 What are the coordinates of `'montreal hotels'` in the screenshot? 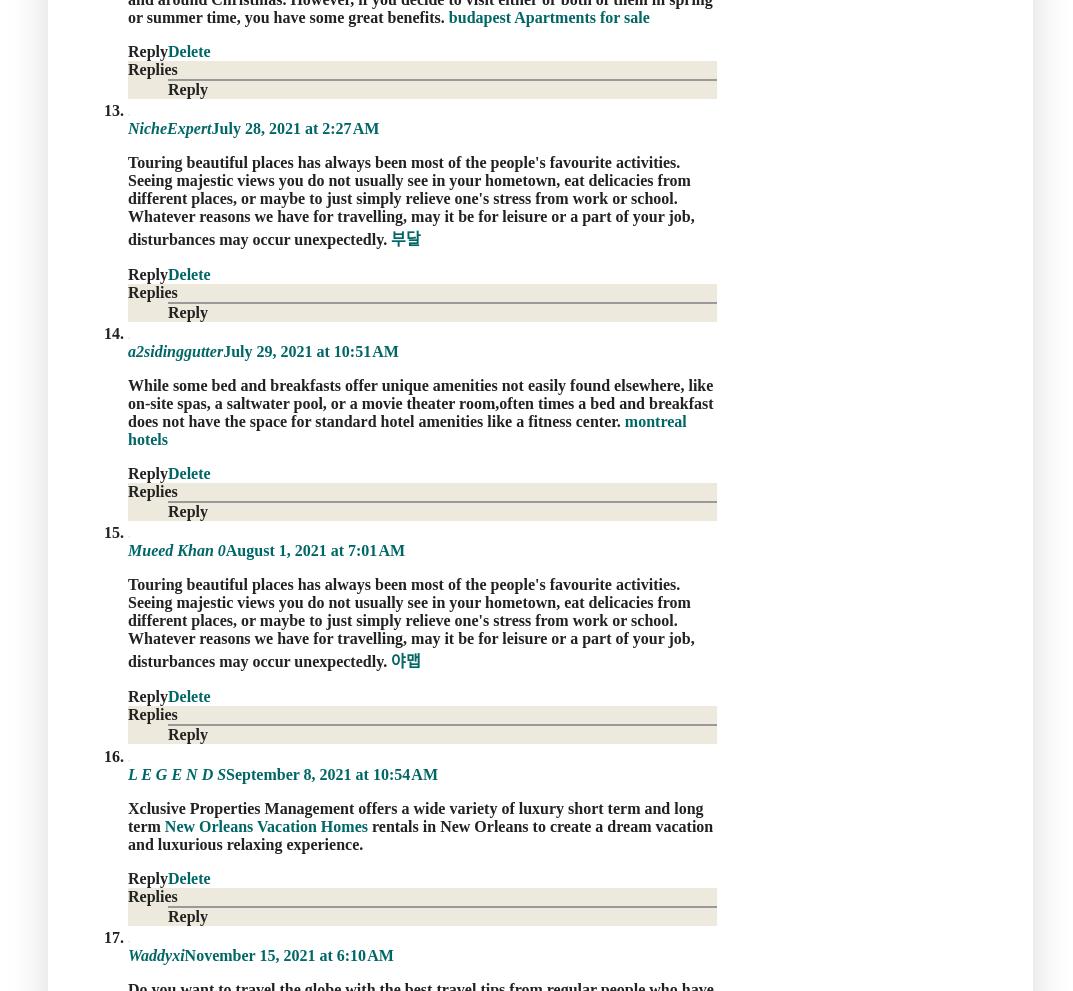 It's located at (127, 430).